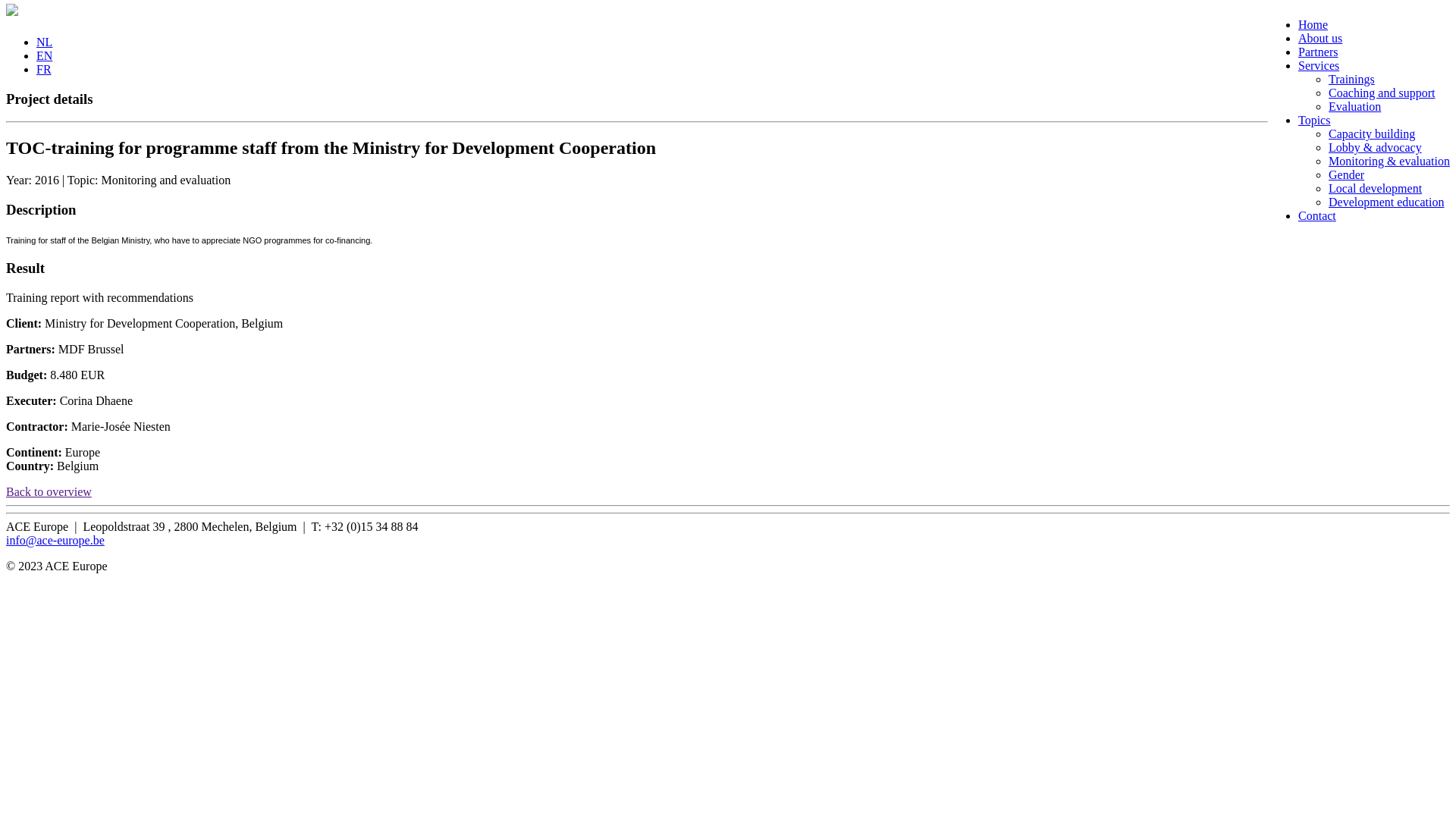  I want to click on 'EN', so click(44, 55).